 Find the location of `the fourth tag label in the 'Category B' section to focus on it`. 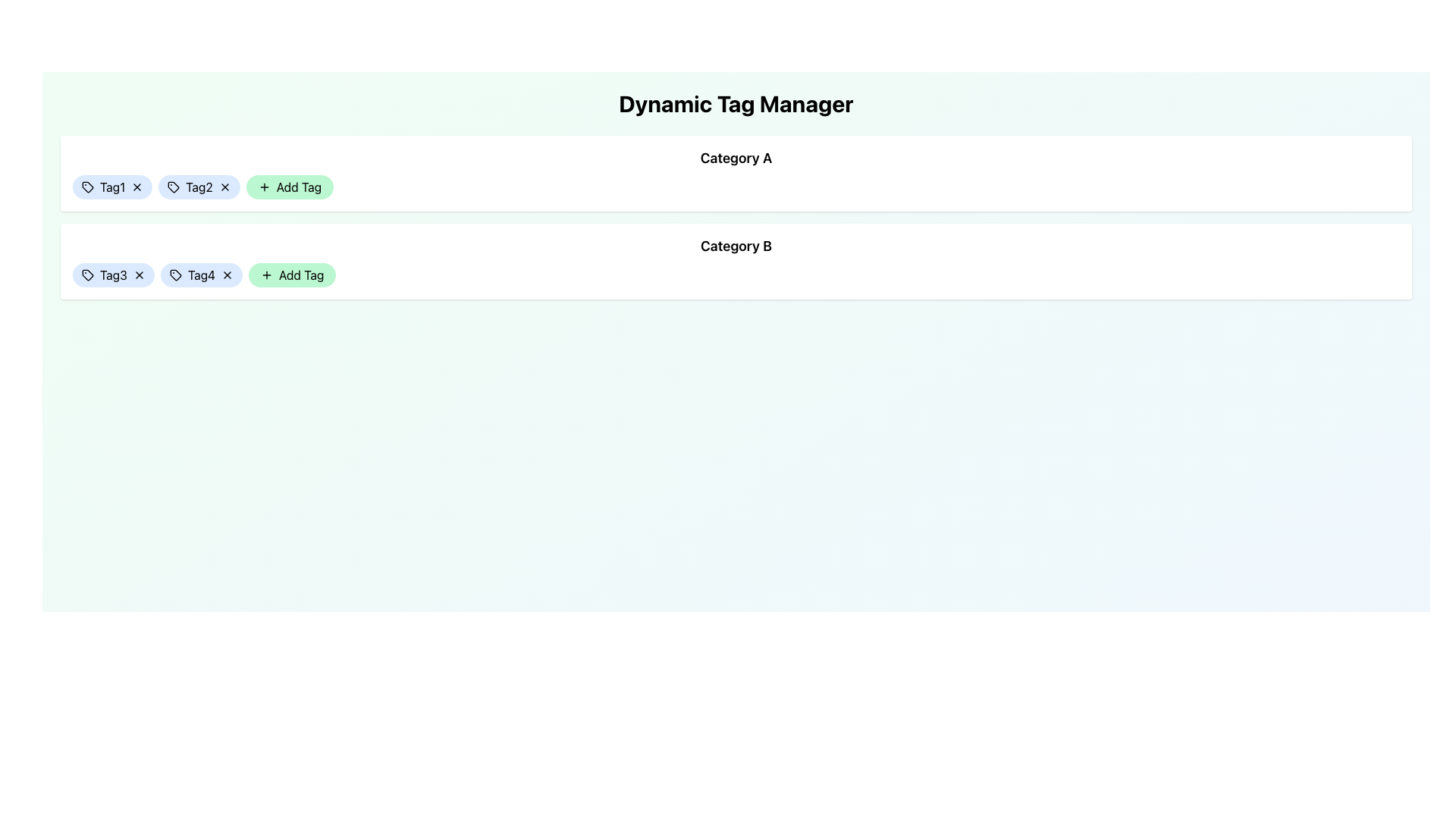

the fourth tag label in the 'Category B' section to focus on it is located at coordinates (200, 275).